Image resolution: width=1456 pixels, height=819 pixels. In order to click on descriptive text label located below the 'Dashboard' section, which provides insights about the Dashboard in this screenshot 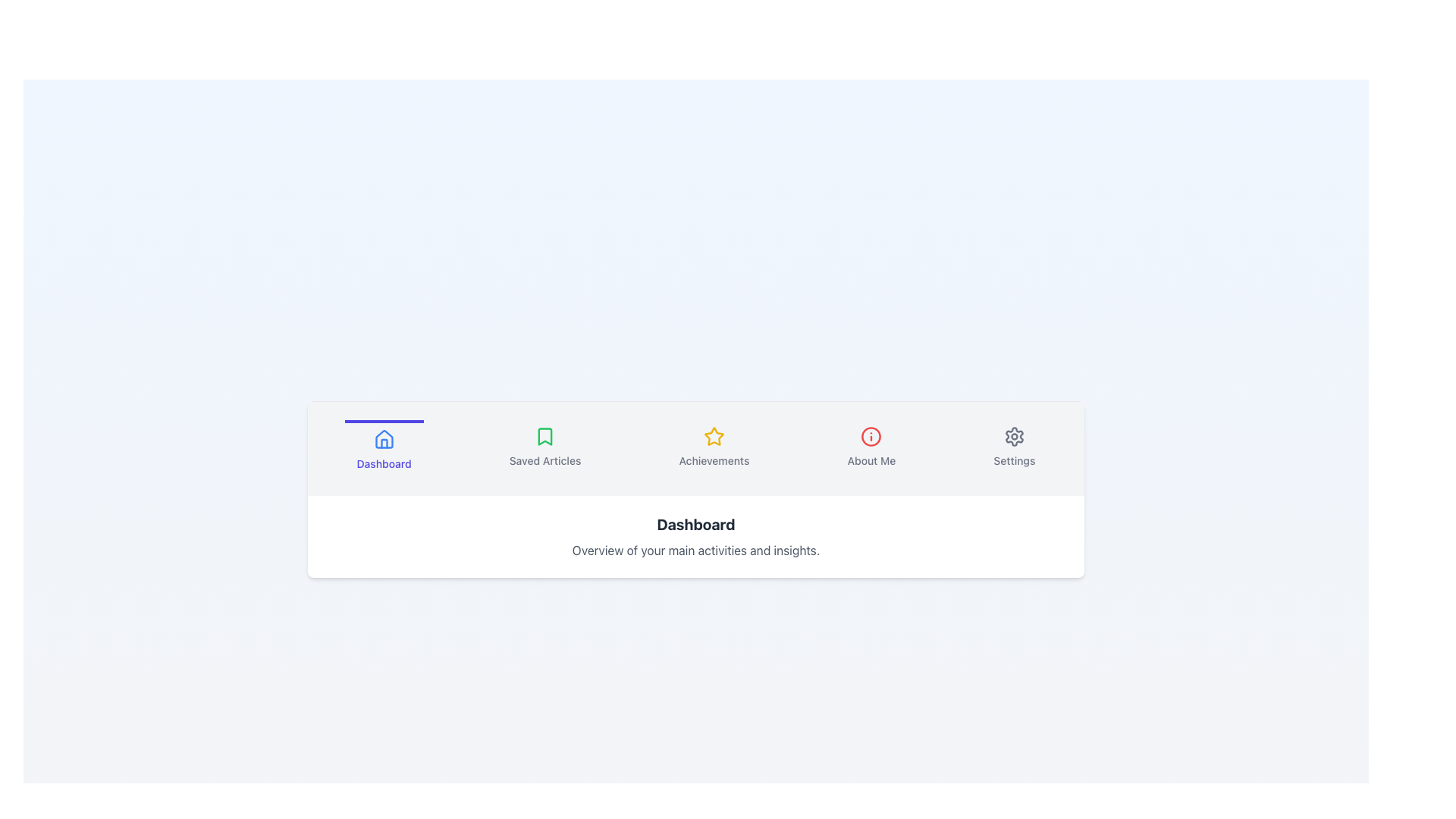, I will do `click(695, 550)`.